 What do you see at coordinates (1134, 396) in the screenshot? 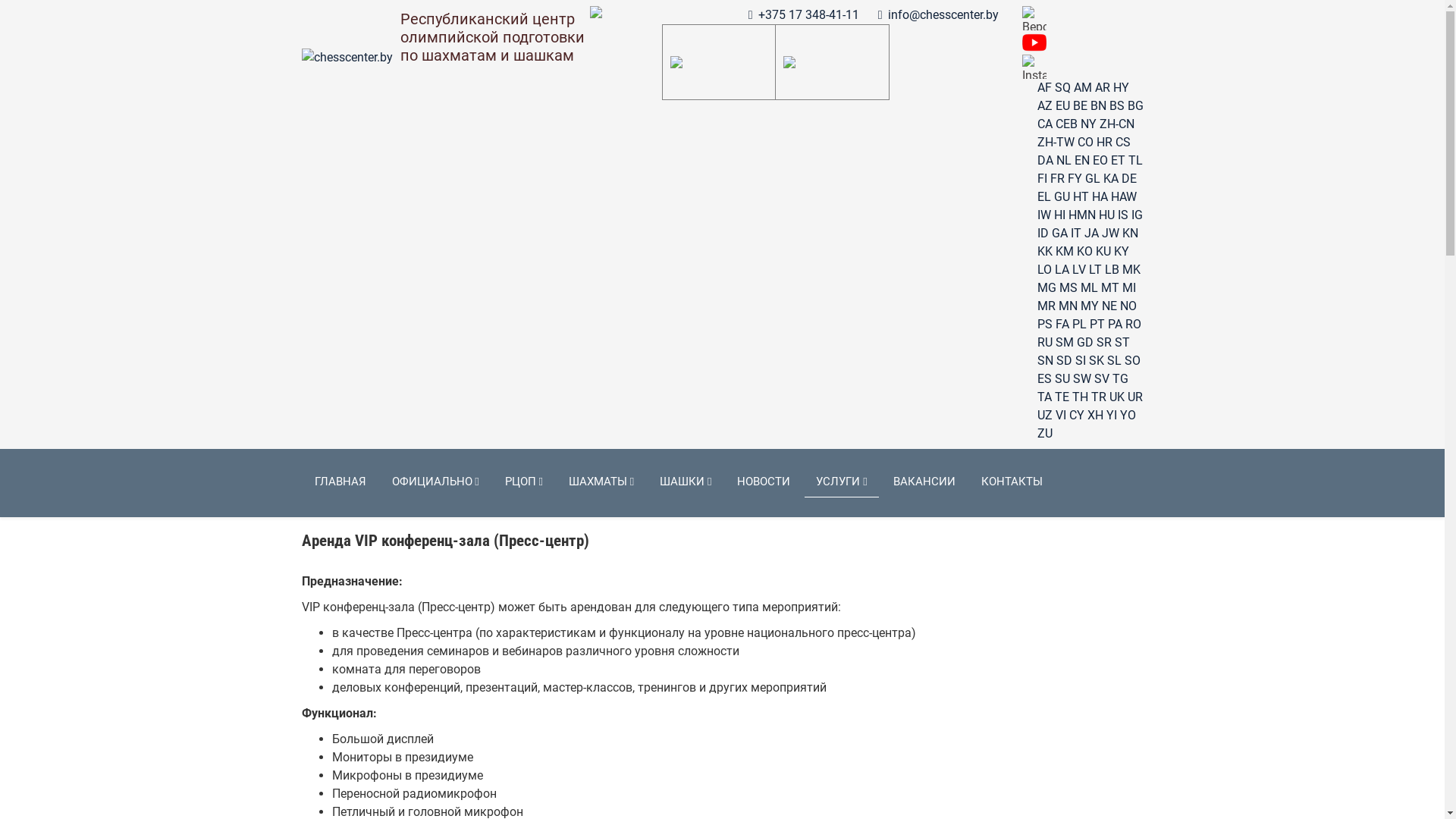
I see `'UR'` at bounding box center [1134, 396].